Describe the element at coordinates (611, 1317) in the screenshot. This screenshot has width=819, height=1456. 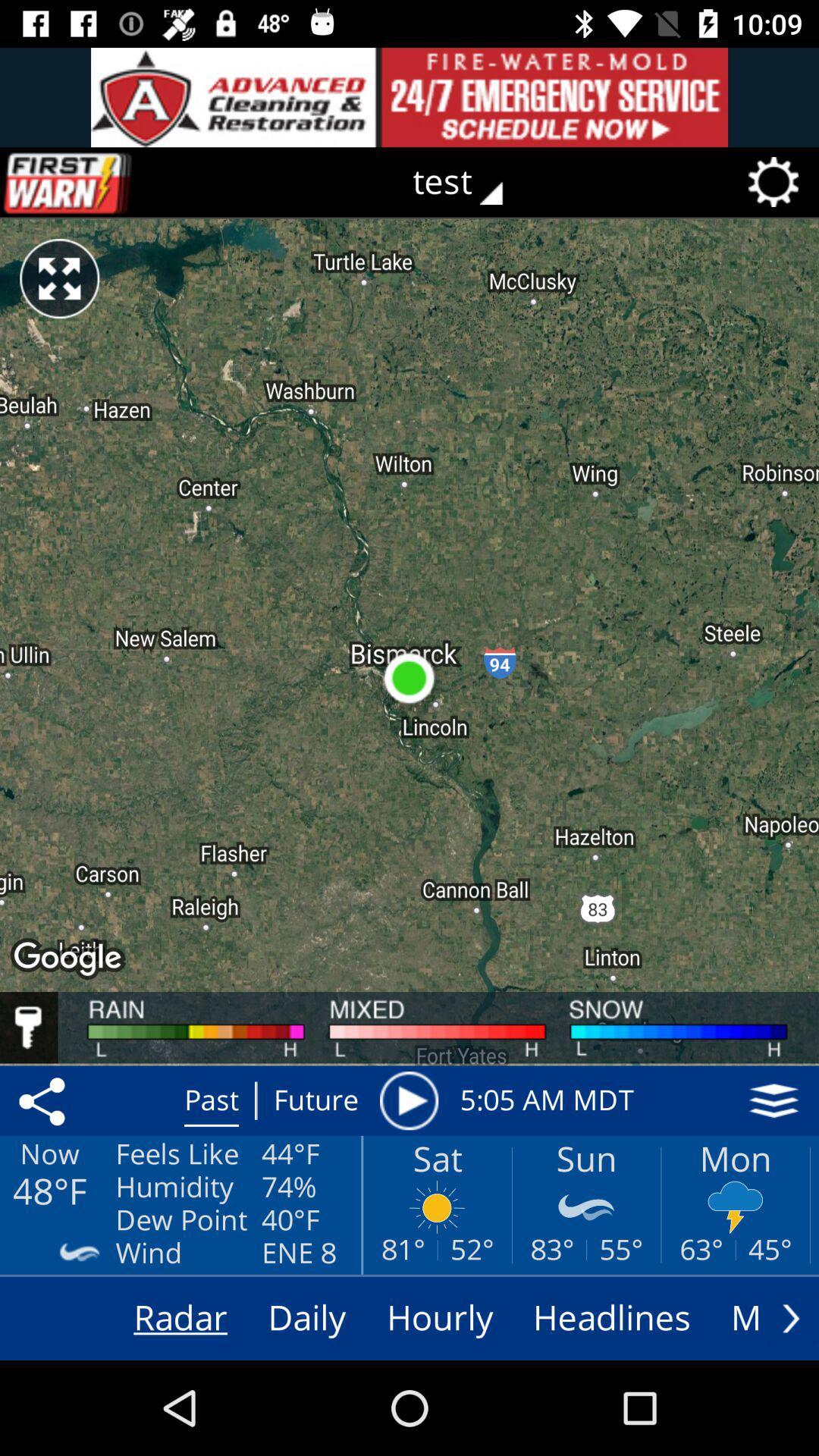
I see `headlines` at that location.